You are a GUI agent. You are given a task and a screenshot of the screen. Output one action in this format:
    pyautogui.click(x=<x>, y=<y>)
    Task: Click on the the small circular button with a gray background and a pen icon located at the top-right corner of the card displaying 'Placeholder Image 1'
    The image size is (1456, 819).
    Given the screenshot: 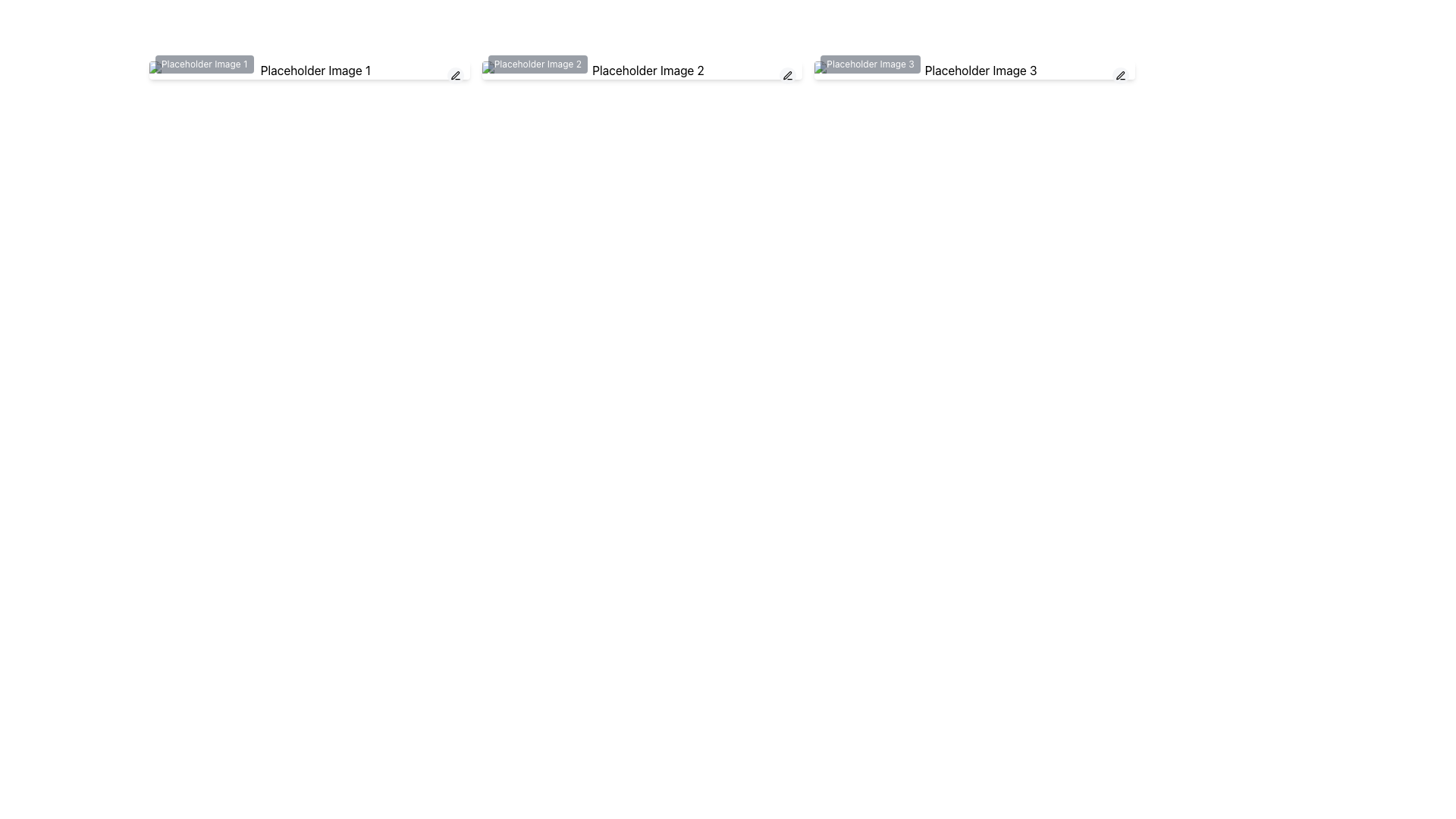 What is the action you would take?
    pyautogui.click(x=454, y=76)
    